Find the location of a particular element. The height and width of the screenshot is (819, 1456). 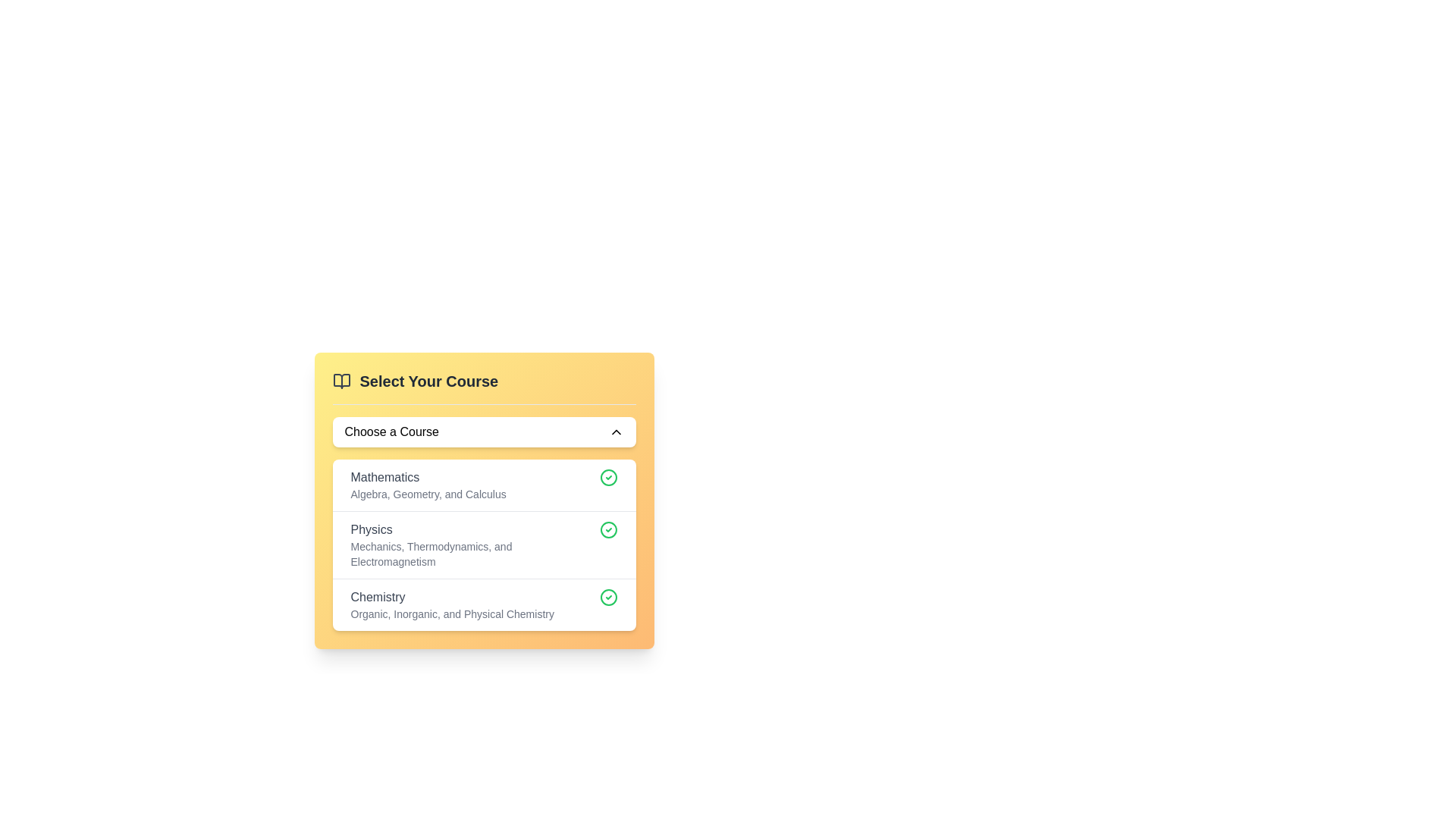

the completion status icon indicating a successful selection for the 'Mathematics Algebra, Geometry, and Calculus' course, located on the right side of the corresponding list item within a yellow card interface is located at coordinates (608, 476).